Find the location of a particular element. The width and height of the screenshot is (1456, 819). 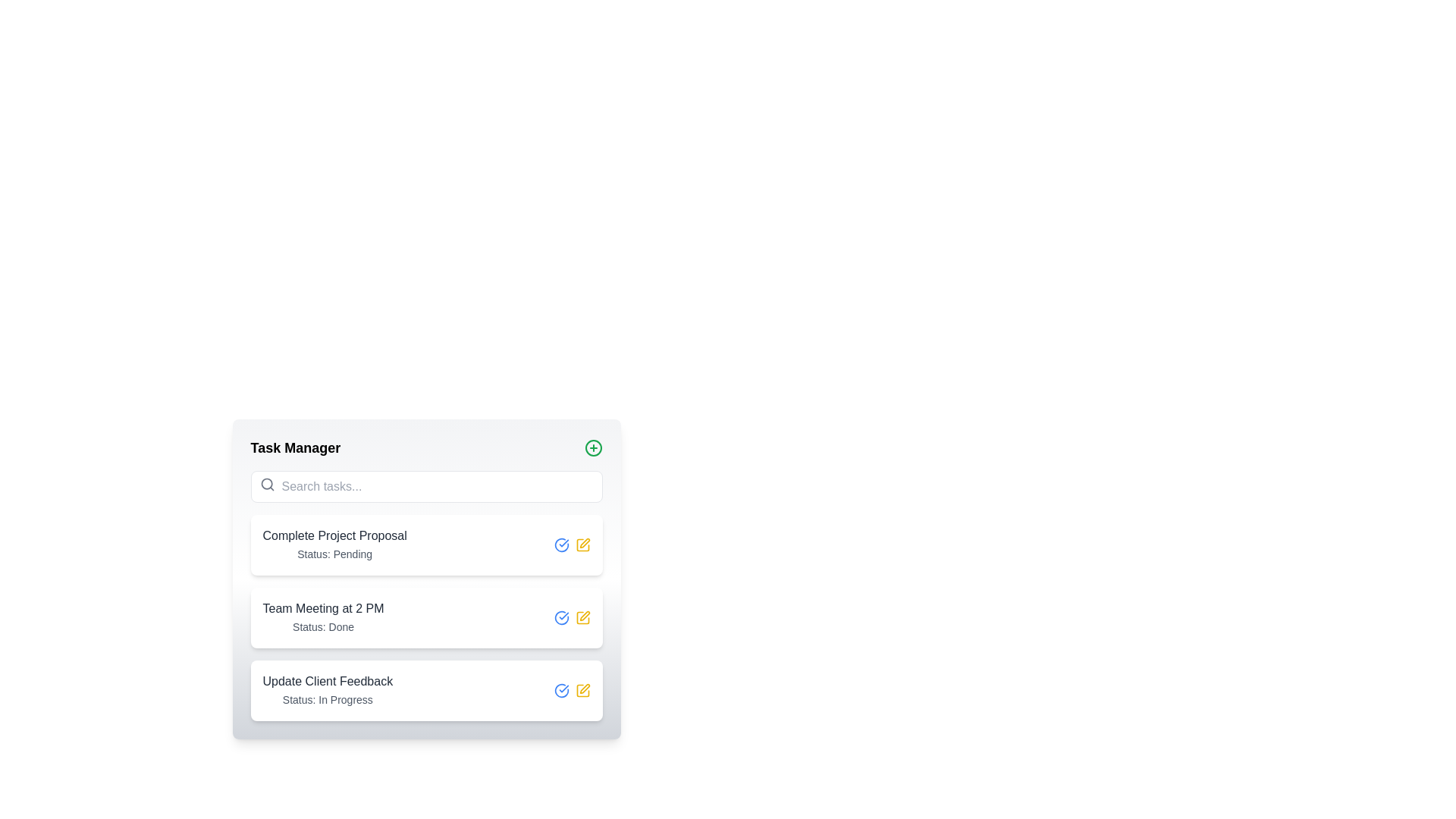

the icon button on the right side of the task entry labeled 'Complete Project Proposal' is located at coordinates (582, 544).